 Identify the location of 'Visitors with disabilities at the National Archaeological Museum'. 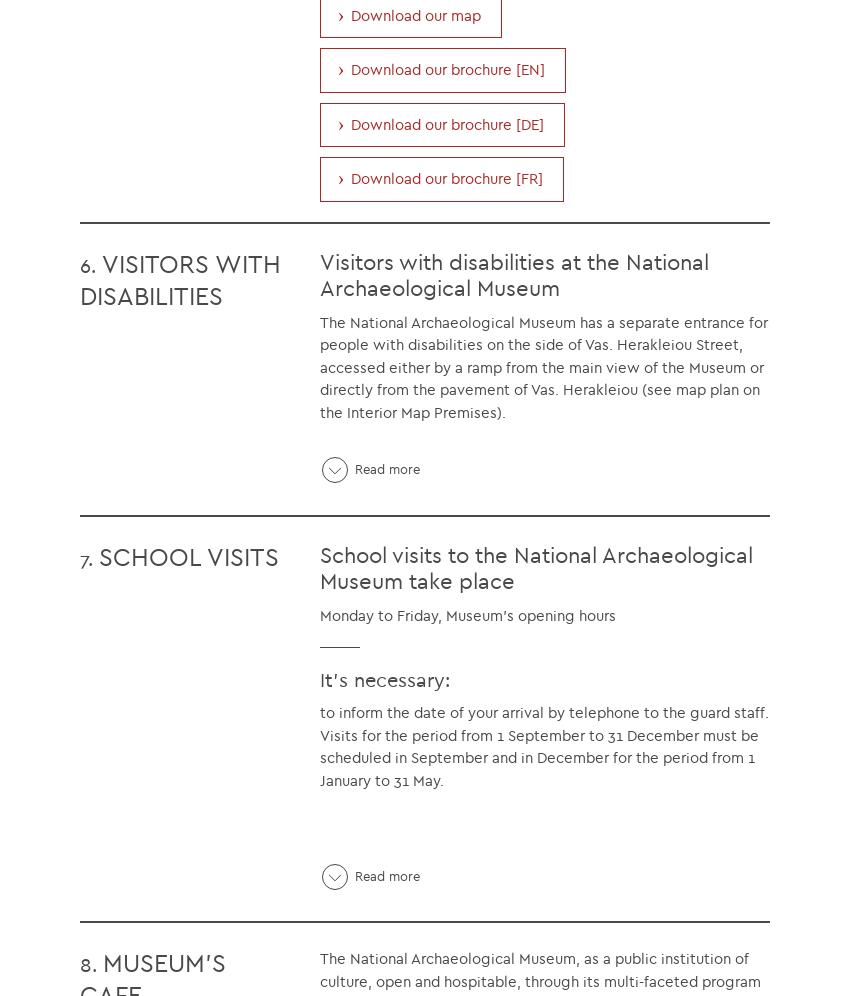
(513, 274).